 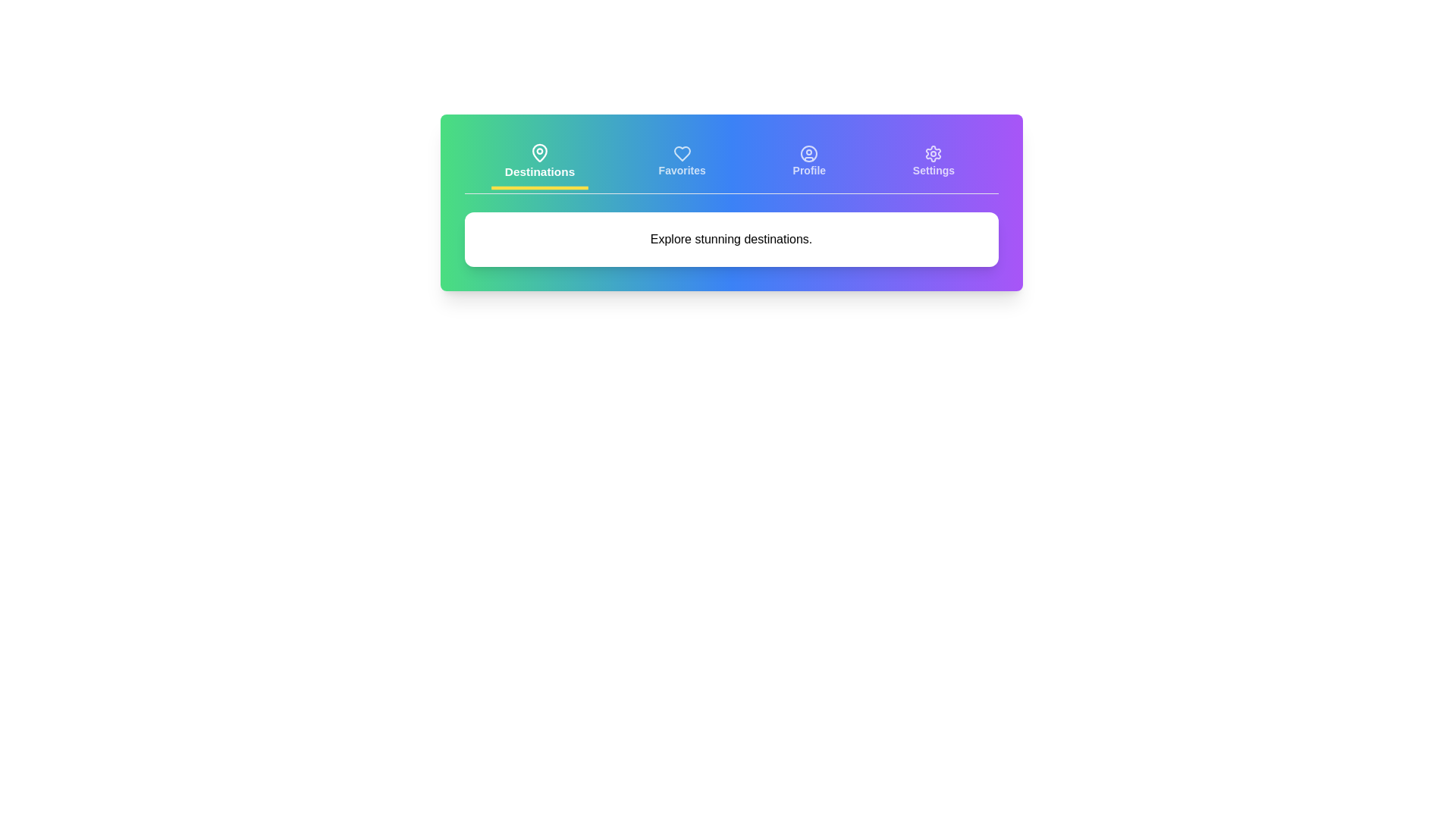 What do you see at coordinates (933, 163) in the screenshot?
I see `the tab labeled Settings to navigate to its content` at bounding box center [933, 163].